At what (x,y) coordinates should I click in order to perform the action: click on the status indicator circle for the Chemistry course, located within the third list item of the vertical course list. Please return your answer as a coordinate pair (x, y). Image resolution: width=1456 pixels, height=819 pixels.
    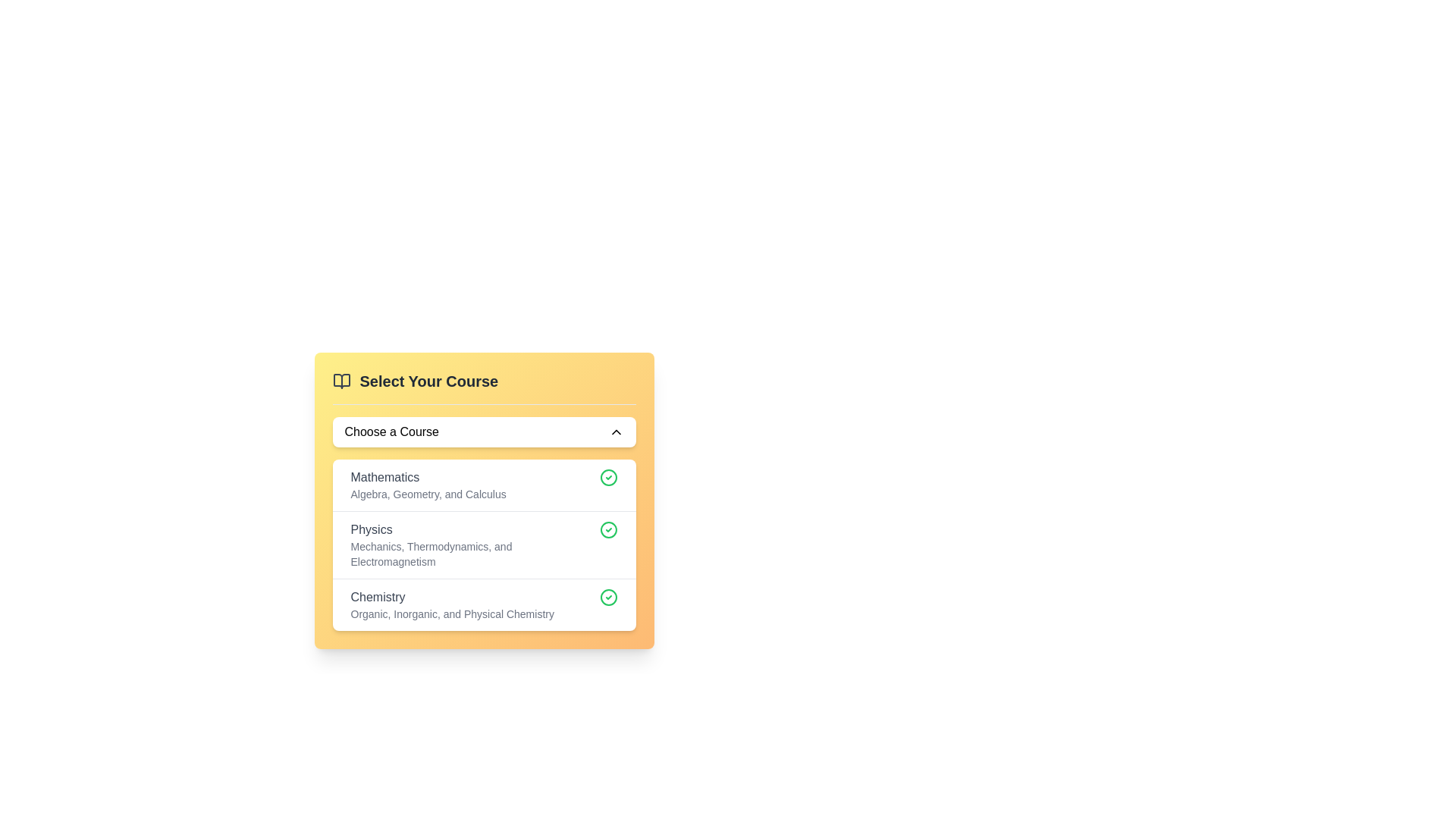
    Looking at the image, I should click on (608, 596).